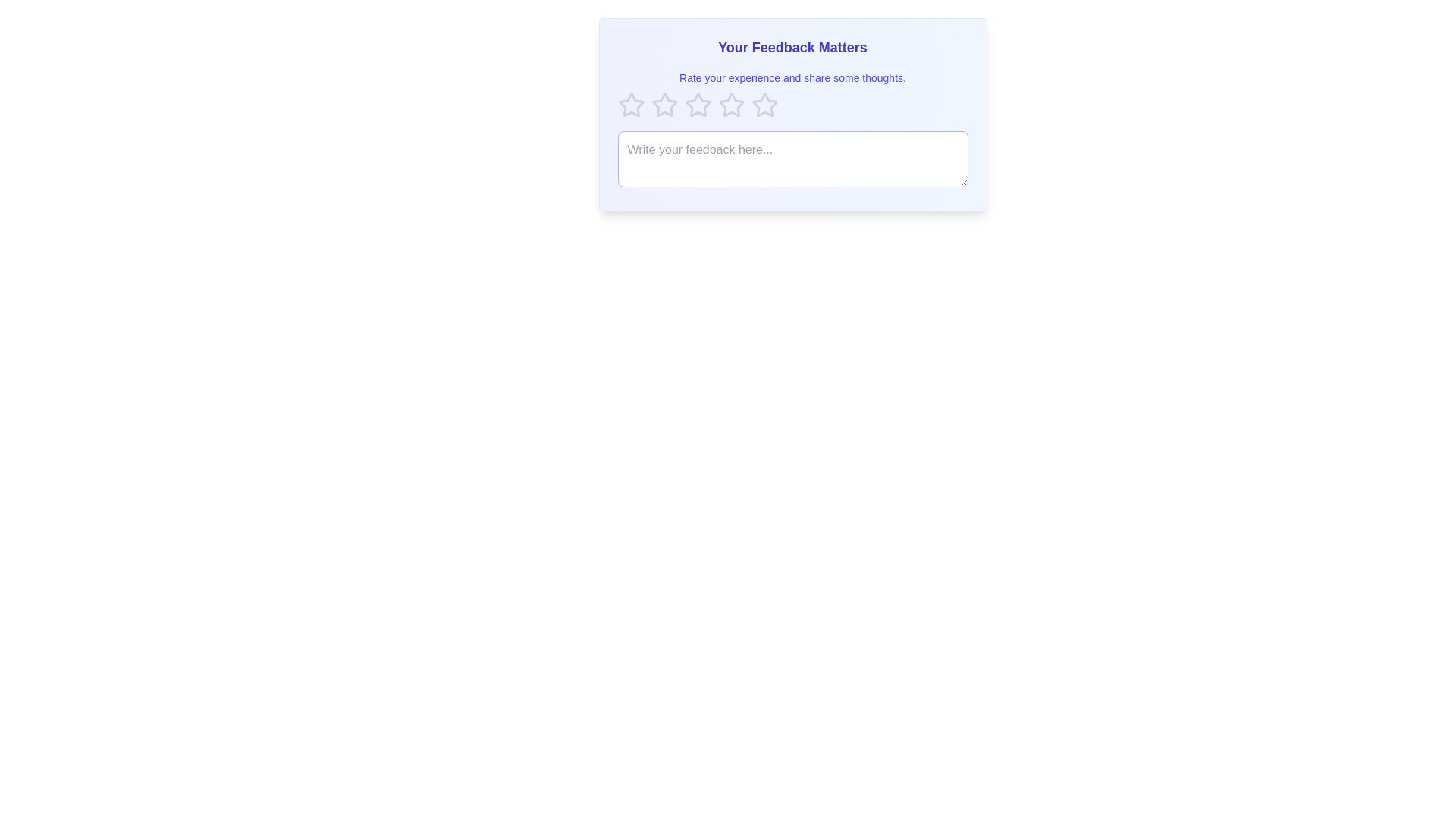 This screenshot has width=1456, height=819. Describe the element at coordinates (697, 104) in the screenshot. I see `the star corresponding to the desired rating 3` at that location.